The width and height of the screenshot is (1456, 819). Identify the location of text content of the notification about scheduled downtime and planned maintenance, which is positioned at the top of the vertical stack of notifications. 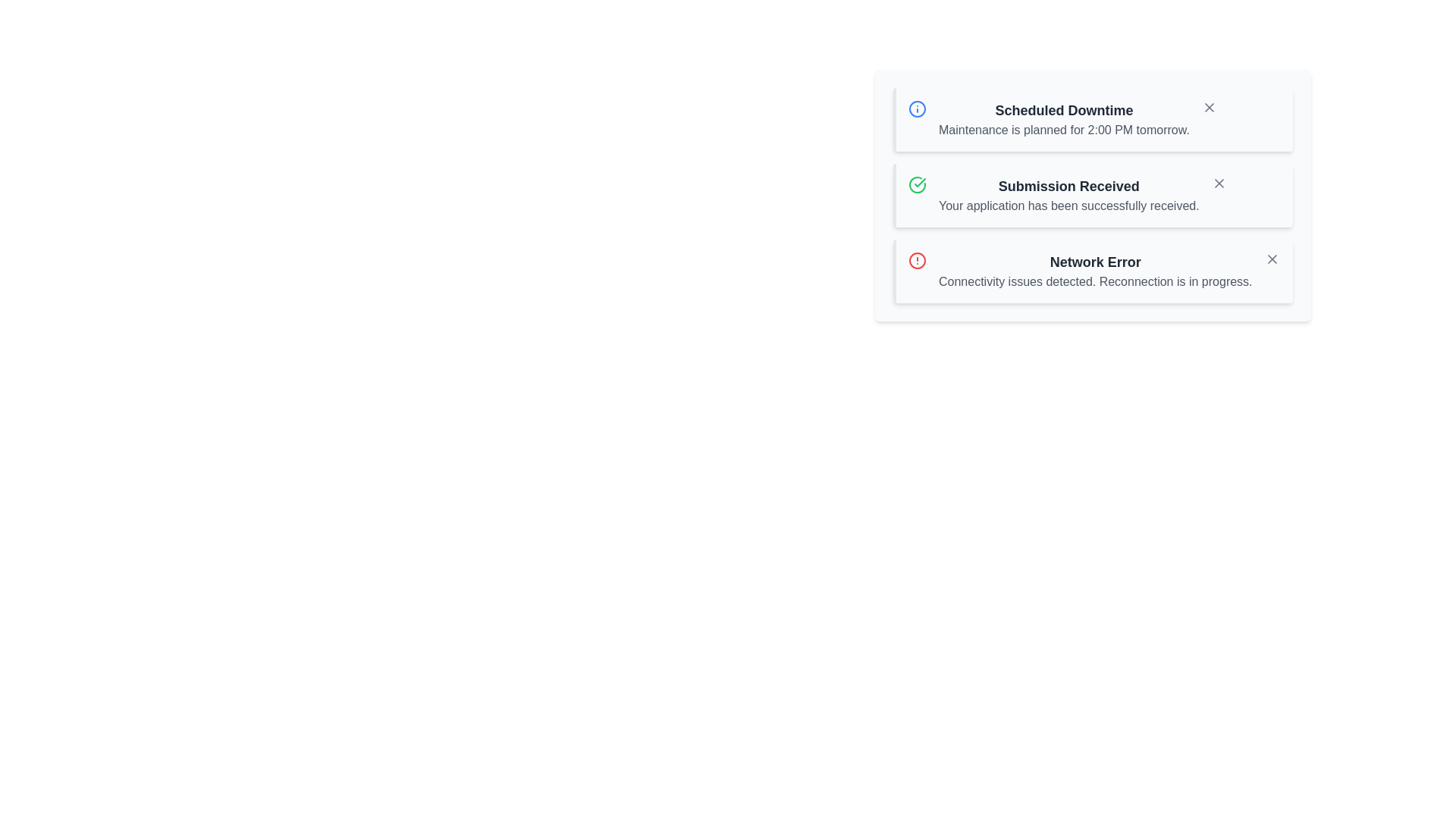
(1063, 119).